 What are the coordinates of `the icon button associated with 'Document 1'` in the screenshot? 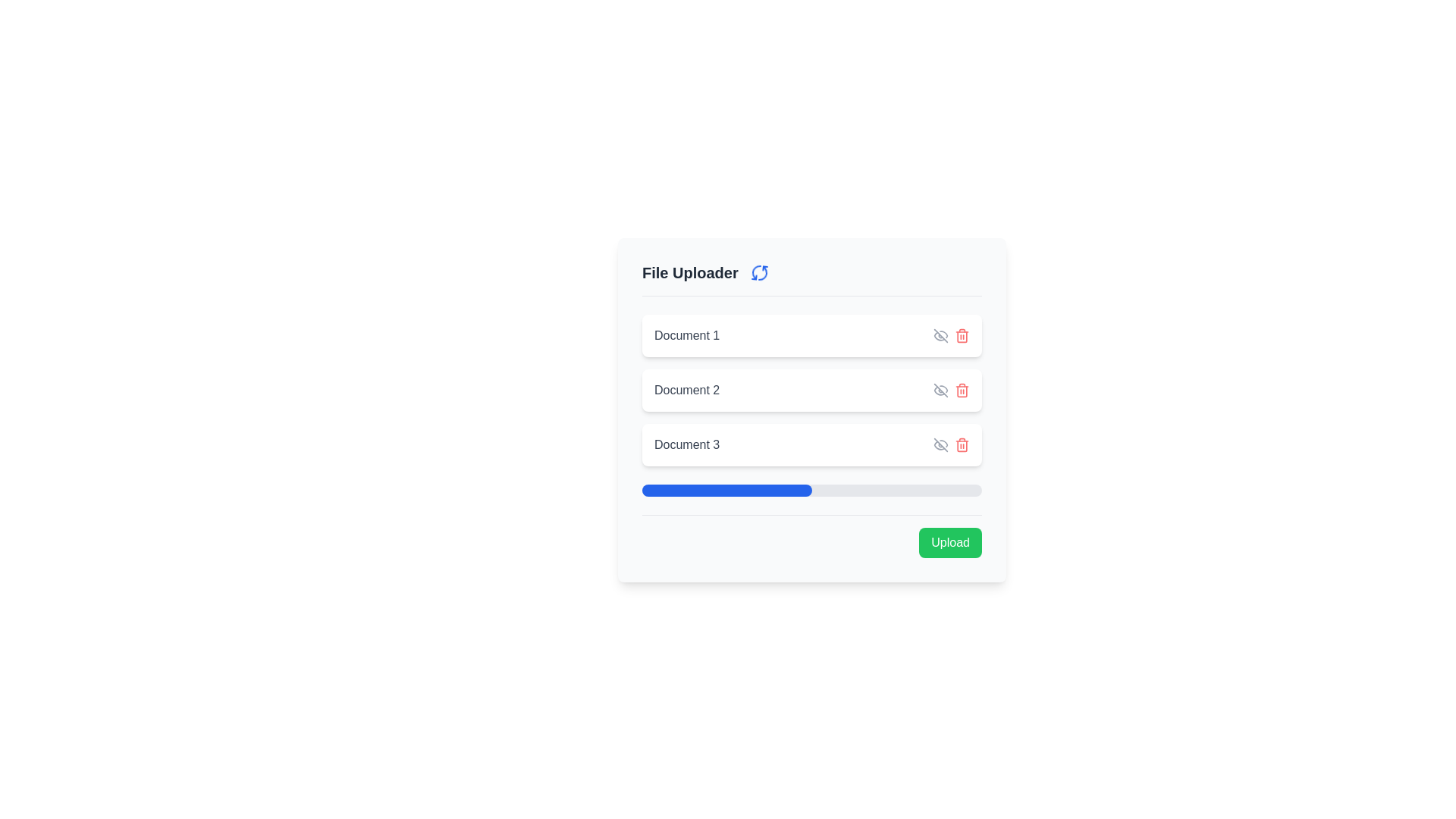 It's located at (940, 390).